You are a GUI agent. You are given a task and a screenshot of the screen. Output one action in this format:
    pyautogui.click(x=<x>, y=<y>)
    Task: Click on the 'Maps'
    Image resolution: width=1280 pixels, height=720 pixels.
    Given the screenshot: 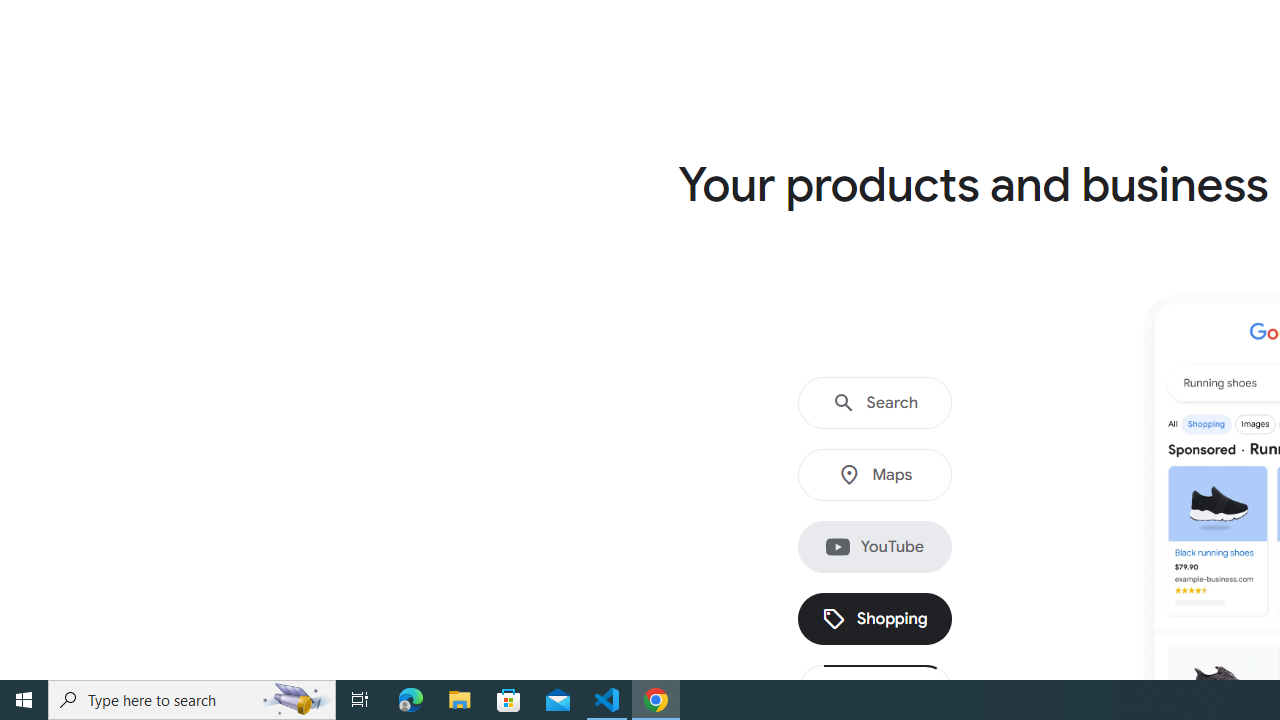 What is the action you would take?
    pyautogui.click(x=874, y=475)
    